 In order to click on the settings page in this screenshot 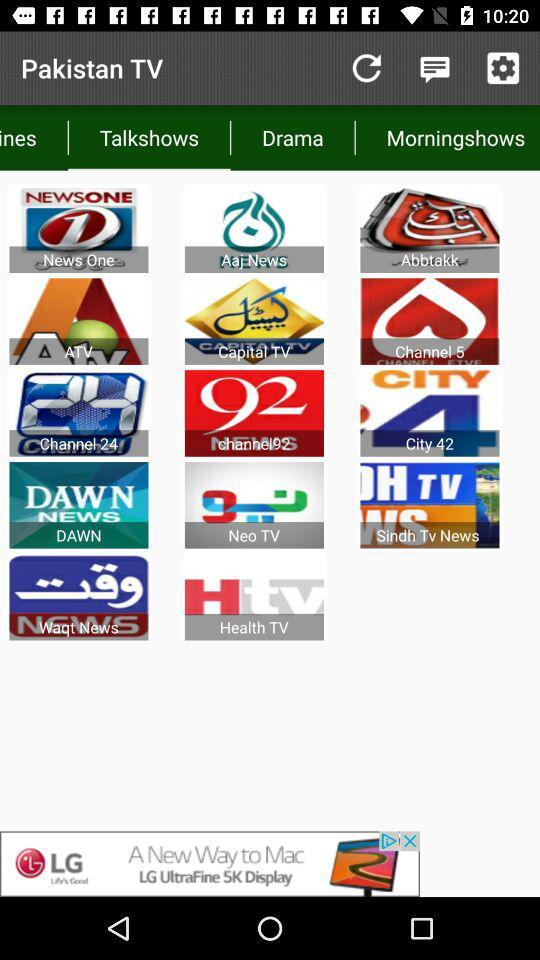, I will do `click(502, 68)`.